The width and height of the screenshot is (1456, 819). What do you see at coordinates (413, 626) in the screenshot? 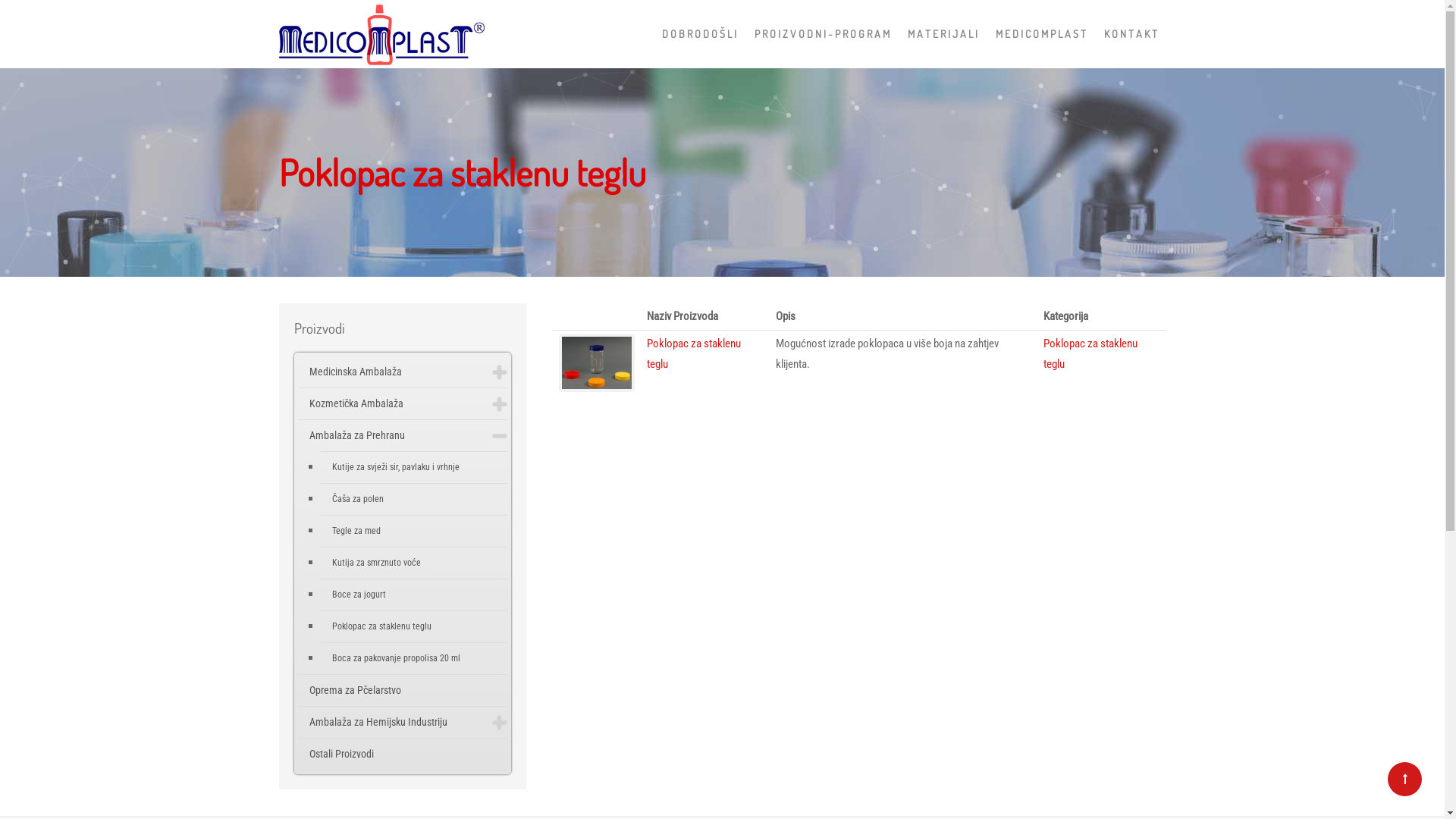
I see `'Poklopac za staklenu teglu'` at bounding box center [413, 626].